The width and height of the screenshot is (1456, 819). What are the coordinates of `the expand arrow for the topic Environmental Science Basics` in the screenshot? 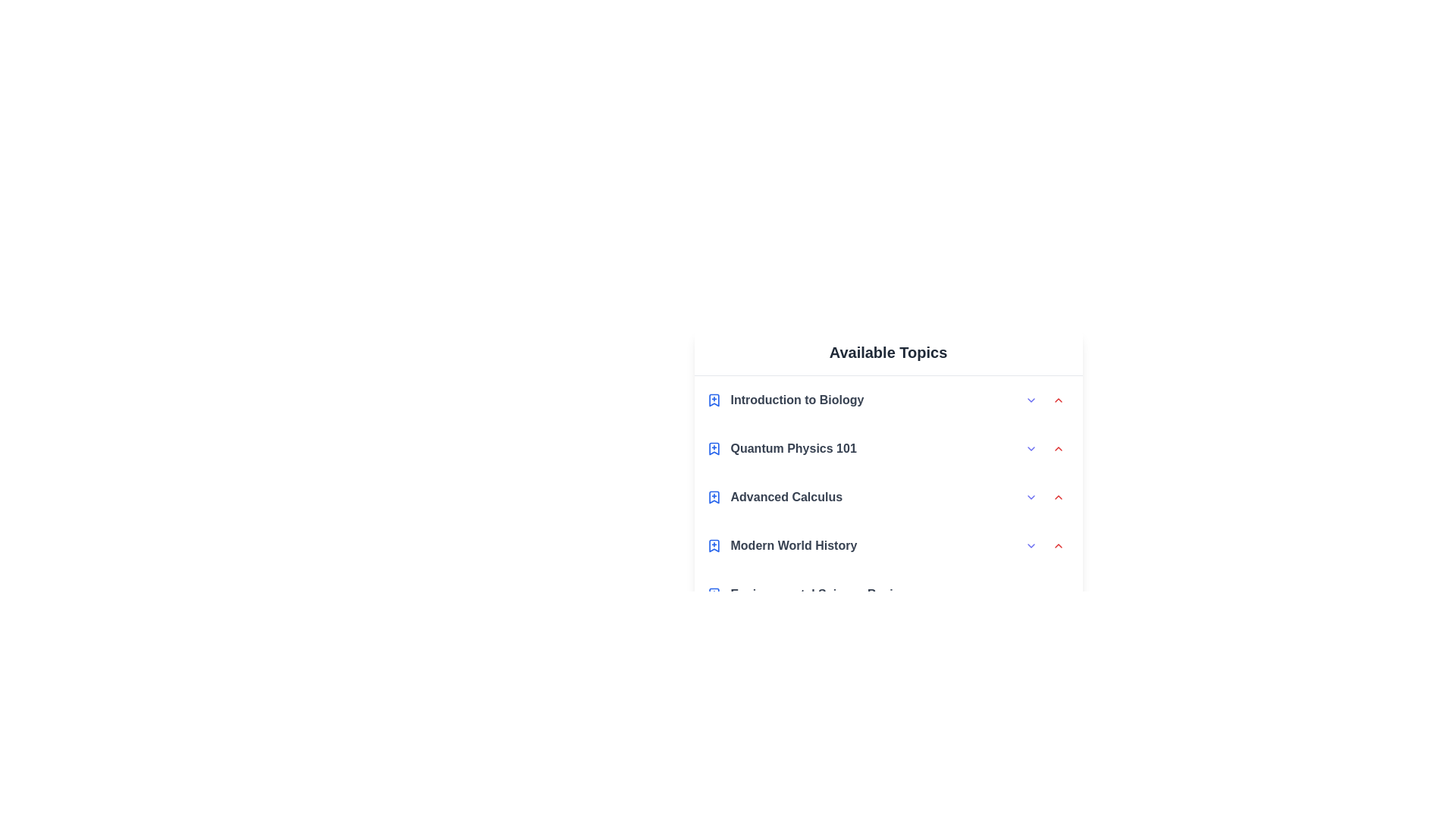 It's located at (1031, 593).